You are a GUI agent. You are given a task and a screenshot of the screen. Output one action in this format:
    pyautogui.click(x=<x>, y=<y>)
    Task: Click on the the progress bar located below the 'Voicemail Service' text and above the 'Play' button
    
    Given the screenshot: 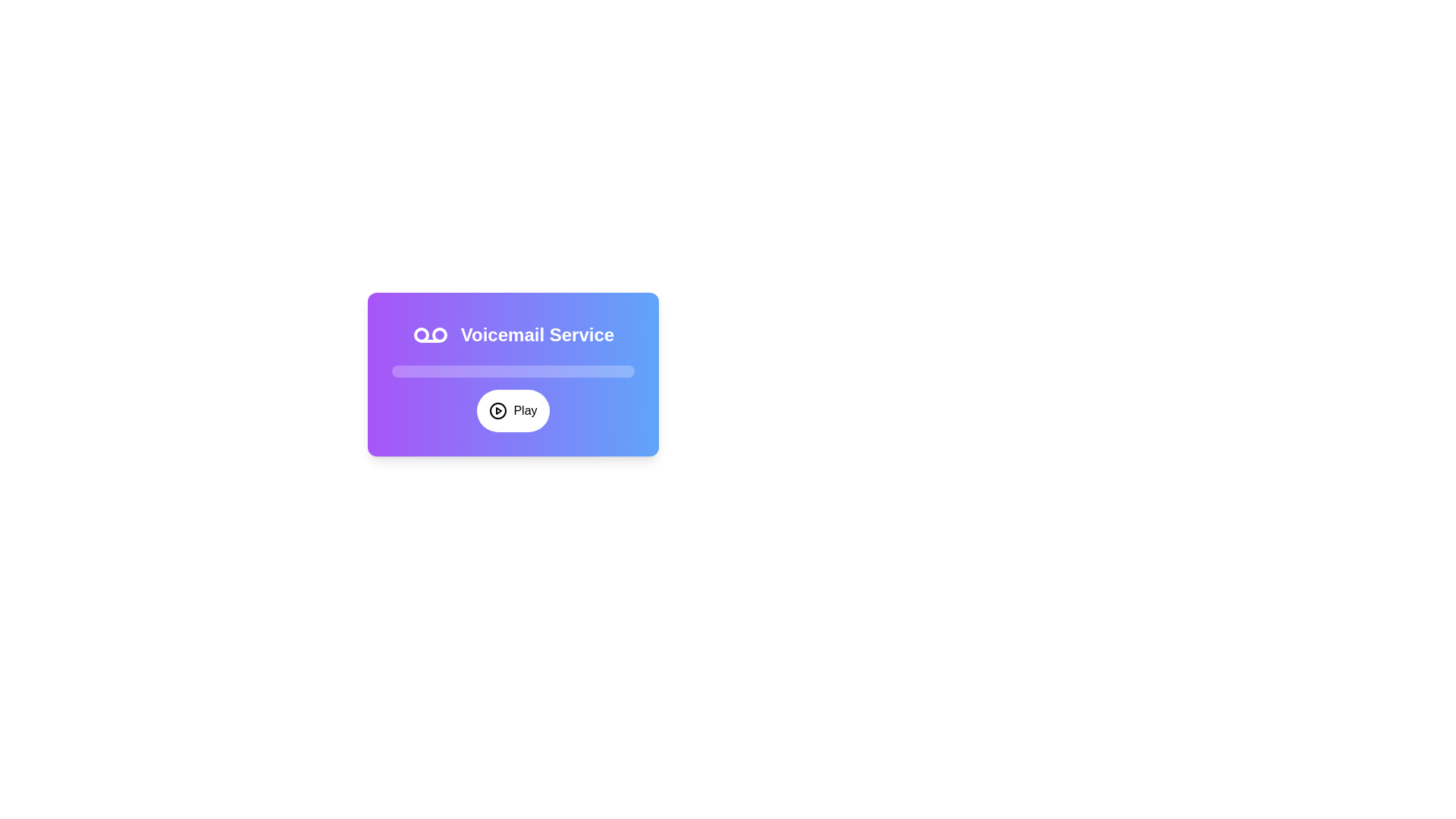 What is the action you would take?
    pyautogui.click(x=513, y=371)
    